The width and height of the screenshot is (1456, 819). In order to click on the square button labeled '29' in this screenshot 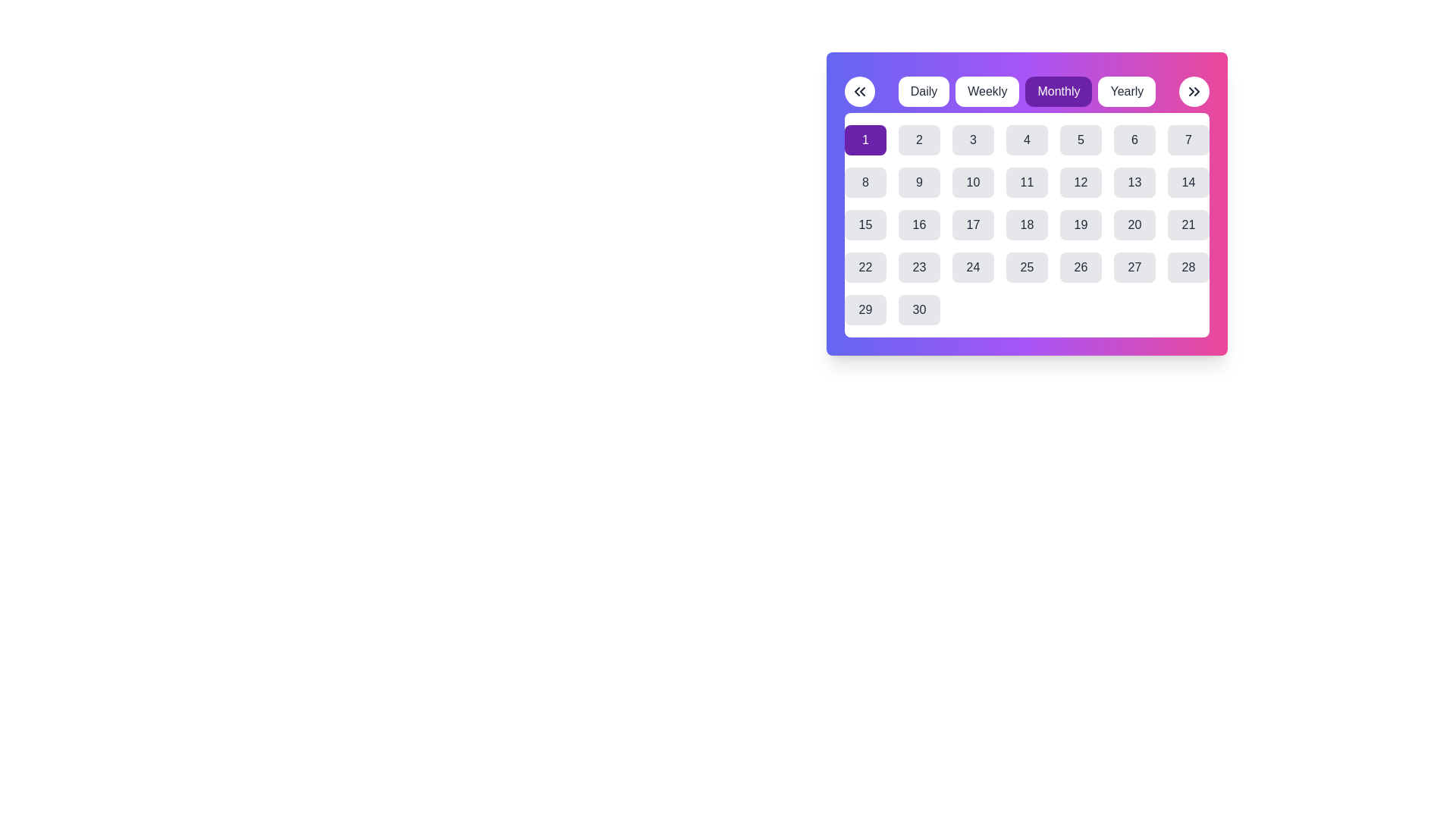, I will do `click(865, 309)`.